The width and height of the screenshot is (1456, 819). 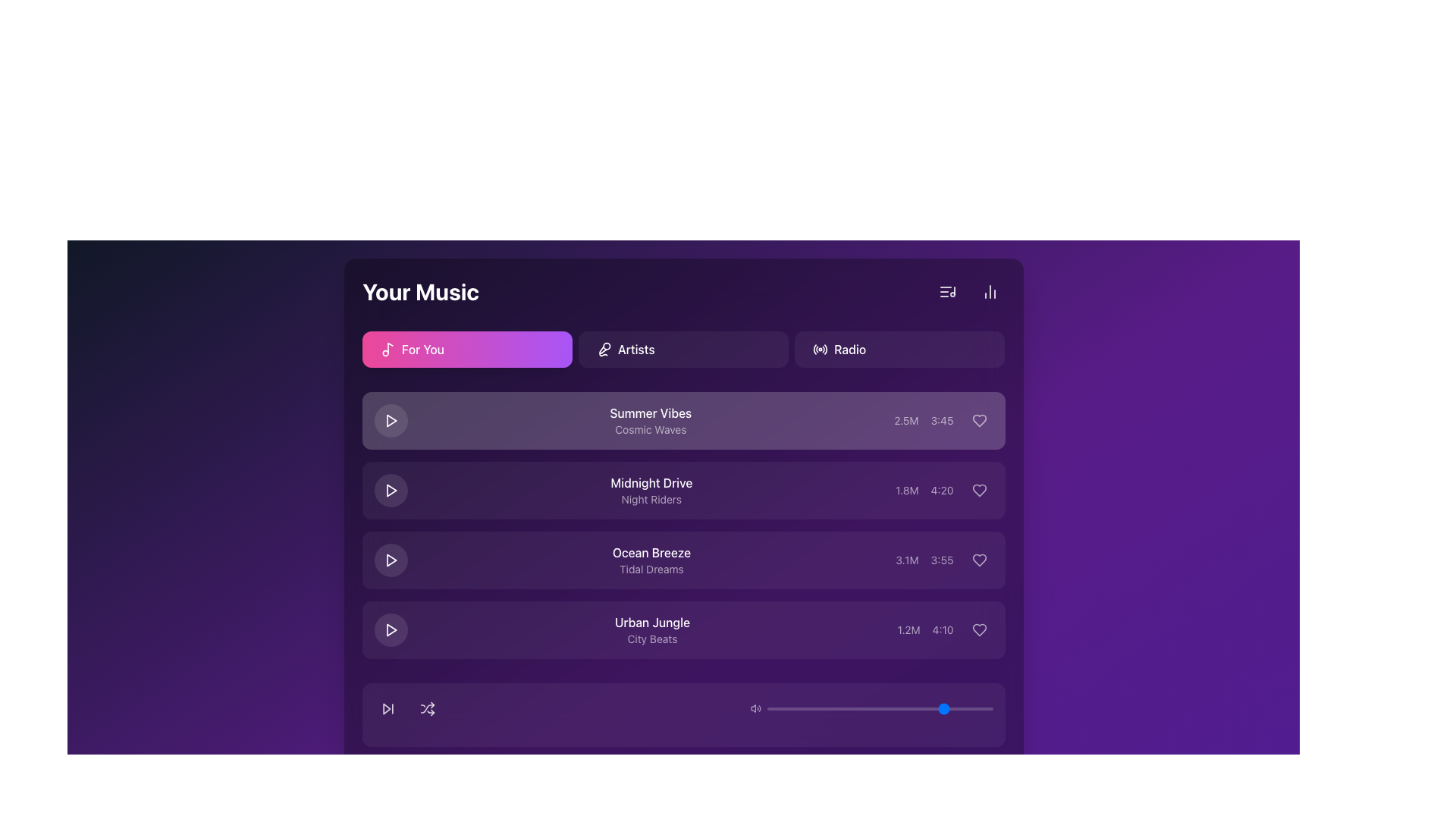 What do you see at coordinates (944, 629) in the screenshot?
I see `displayed statistics '1.2M' and duration '4:10' adjacent to each other in the right section of the fourth row, aligned with the 'Urban Jungle' track and near the heart icon button` at bounding box center [944, 629].